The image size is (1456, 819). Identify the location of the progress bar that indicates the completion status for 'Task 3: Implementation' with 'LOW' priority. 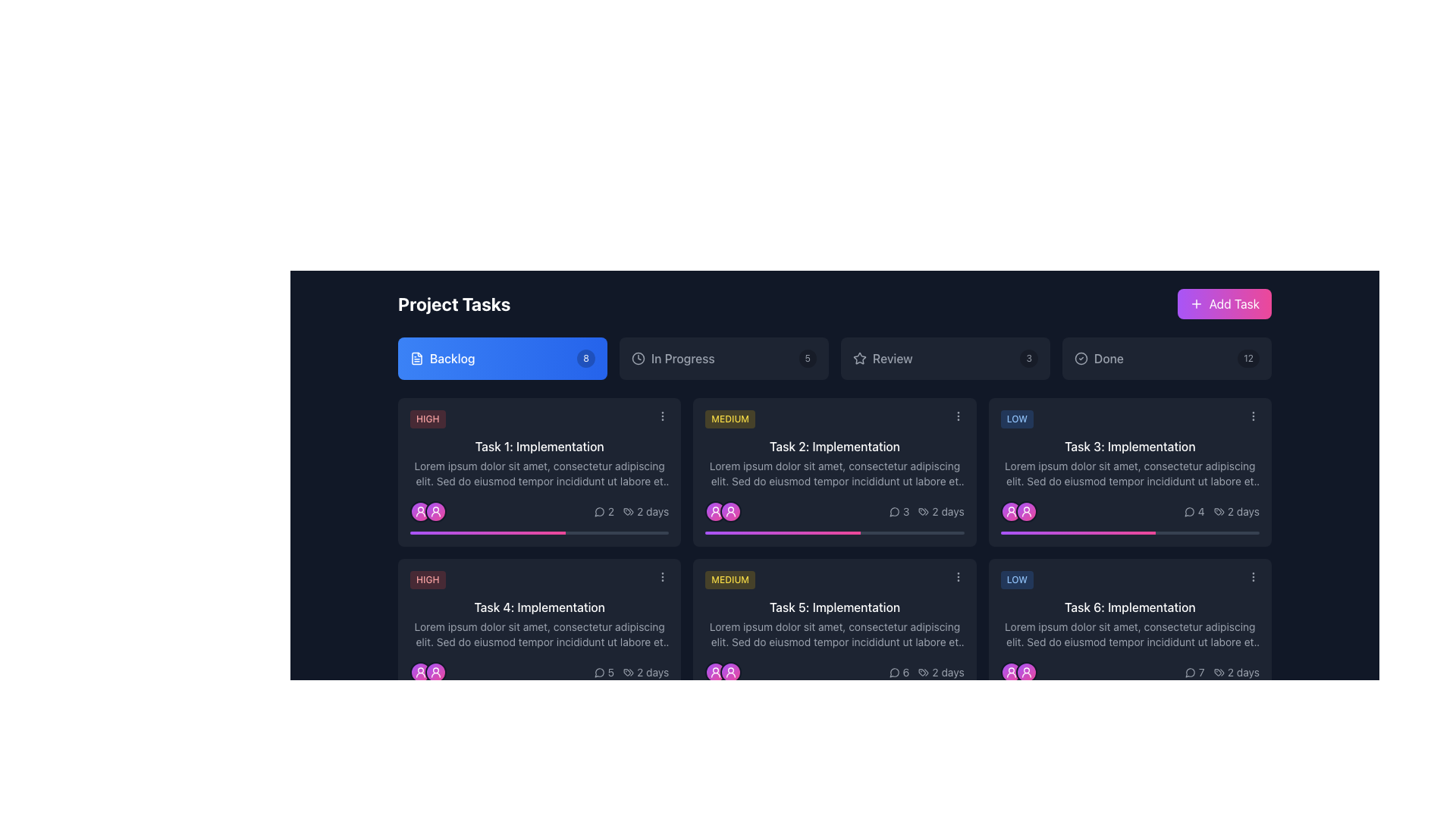
(1078, 532).